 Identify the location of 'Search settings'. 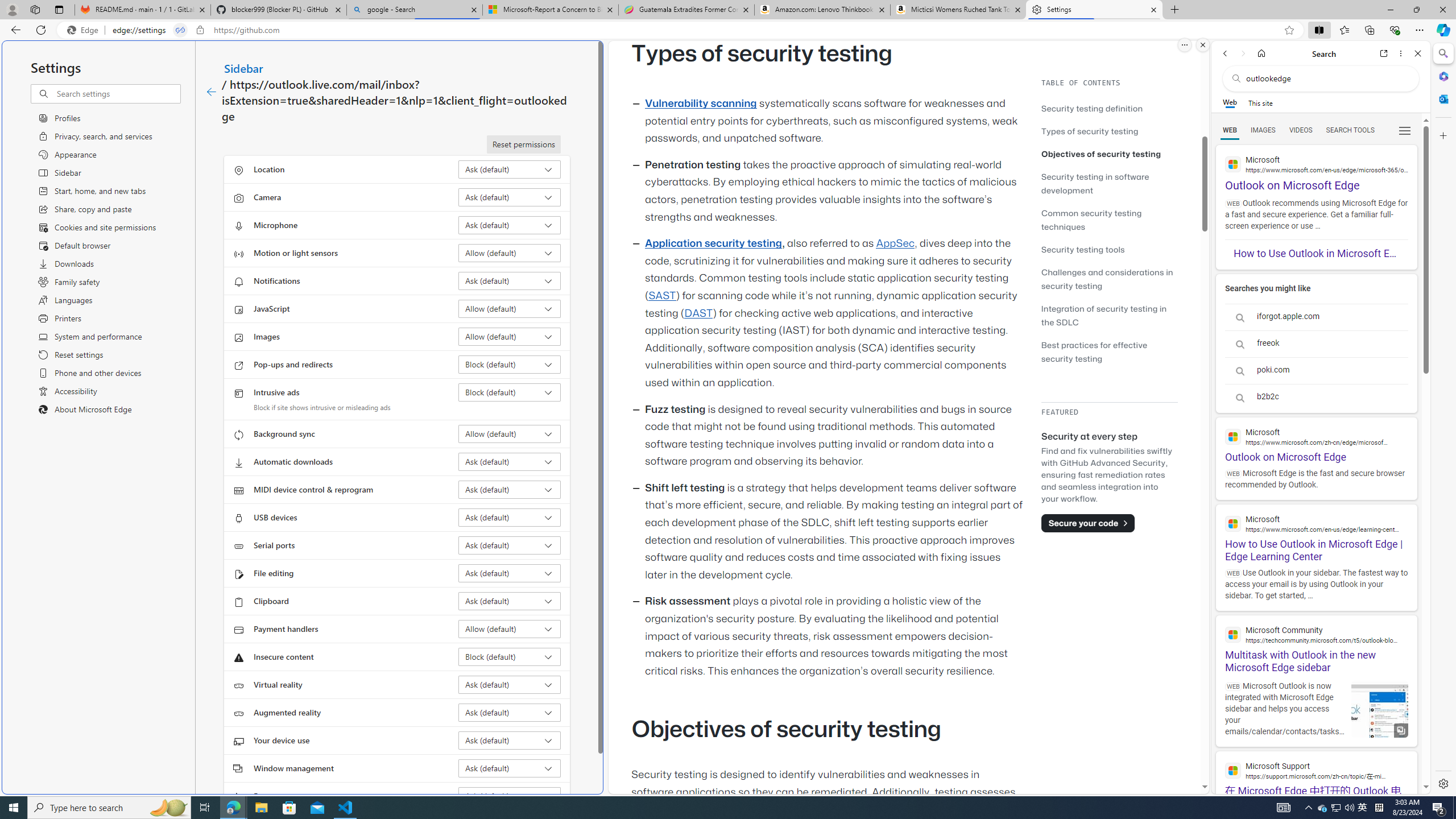
(118, 93).